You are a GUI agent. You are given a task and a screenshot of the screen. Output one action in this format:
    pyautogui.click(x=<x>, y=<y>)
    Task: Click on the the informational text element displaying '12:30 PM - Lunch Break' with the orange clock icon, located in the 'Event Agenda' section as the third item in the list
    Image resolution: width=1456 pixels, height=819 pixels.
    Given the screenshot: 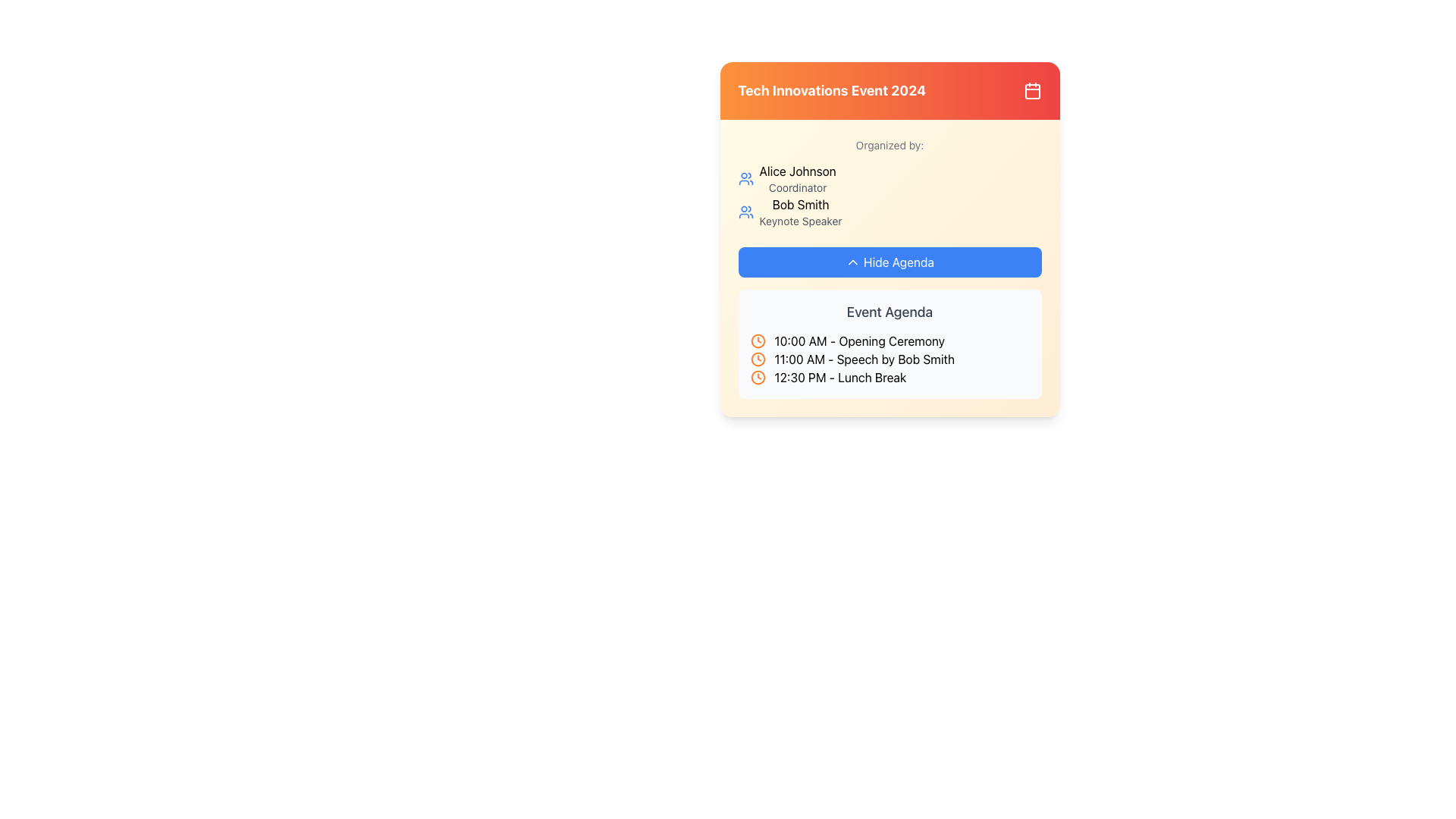 What is the action you would take?
    pyautogui.click(x=890, y=376)
    